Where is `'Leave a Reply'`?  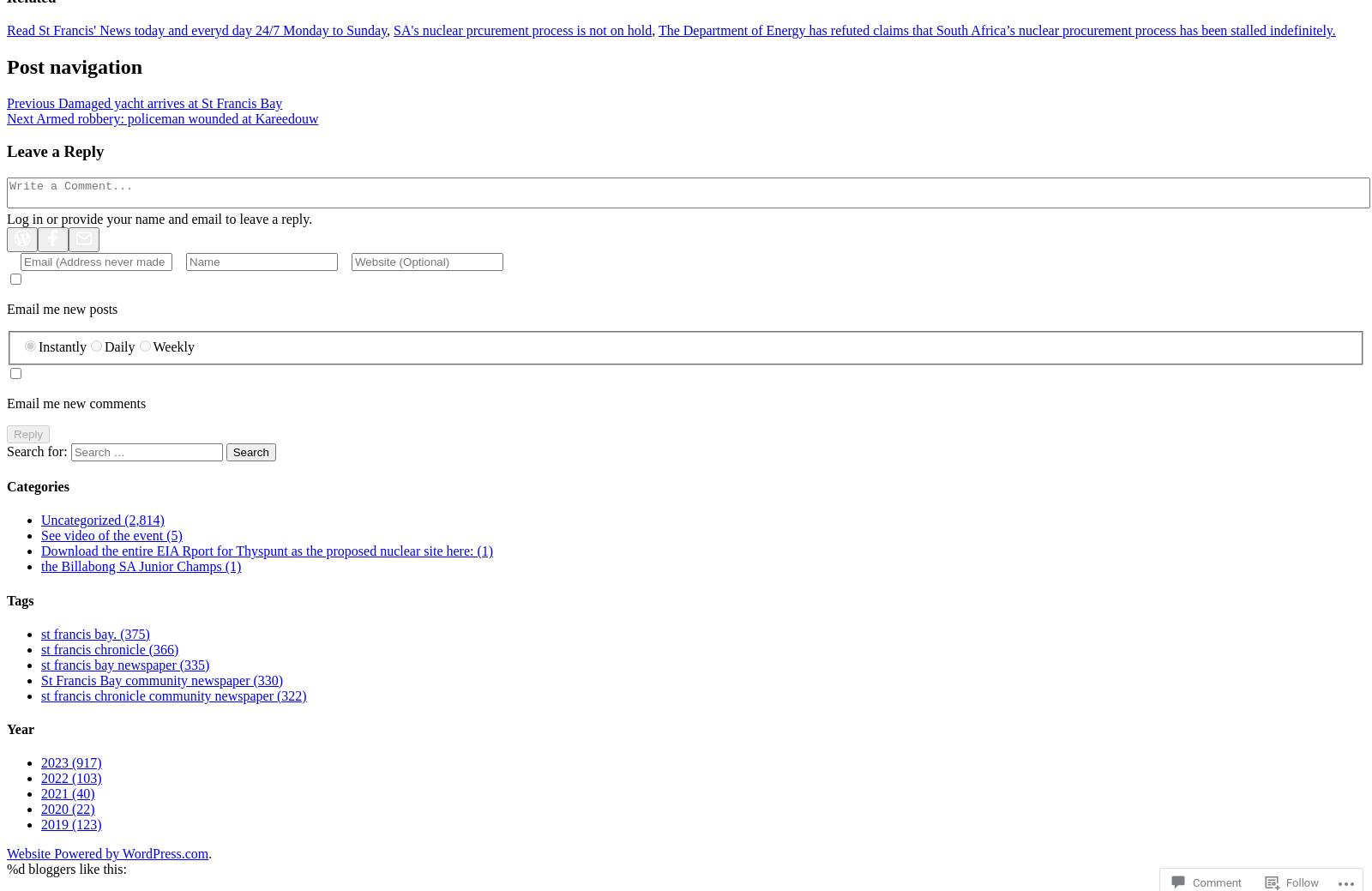
'Leave a Reply' is located at coordinates (6, 151).